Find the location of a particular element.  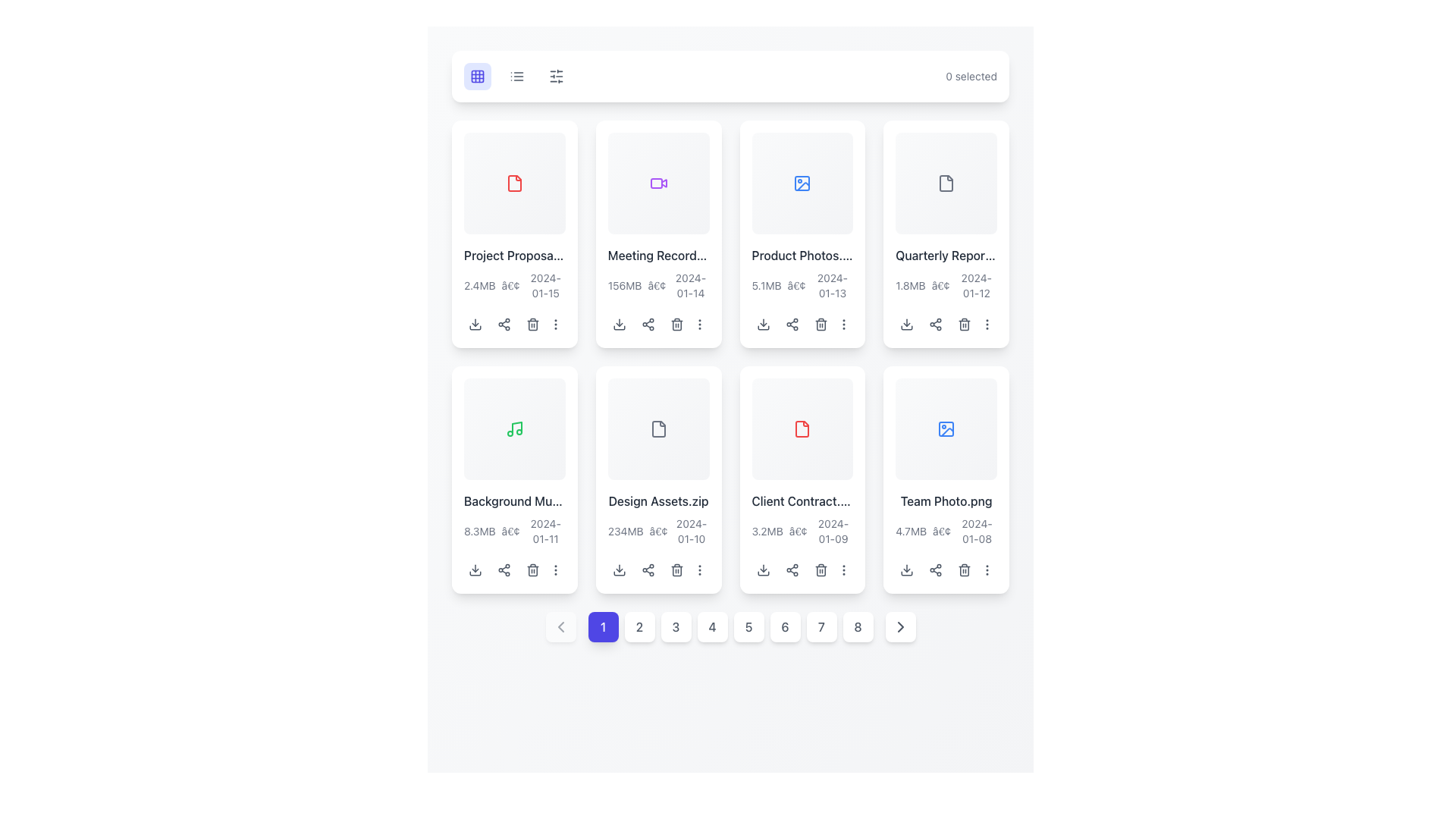

the seventh button in the horizontal sequence is located at coordinates (821, 626).